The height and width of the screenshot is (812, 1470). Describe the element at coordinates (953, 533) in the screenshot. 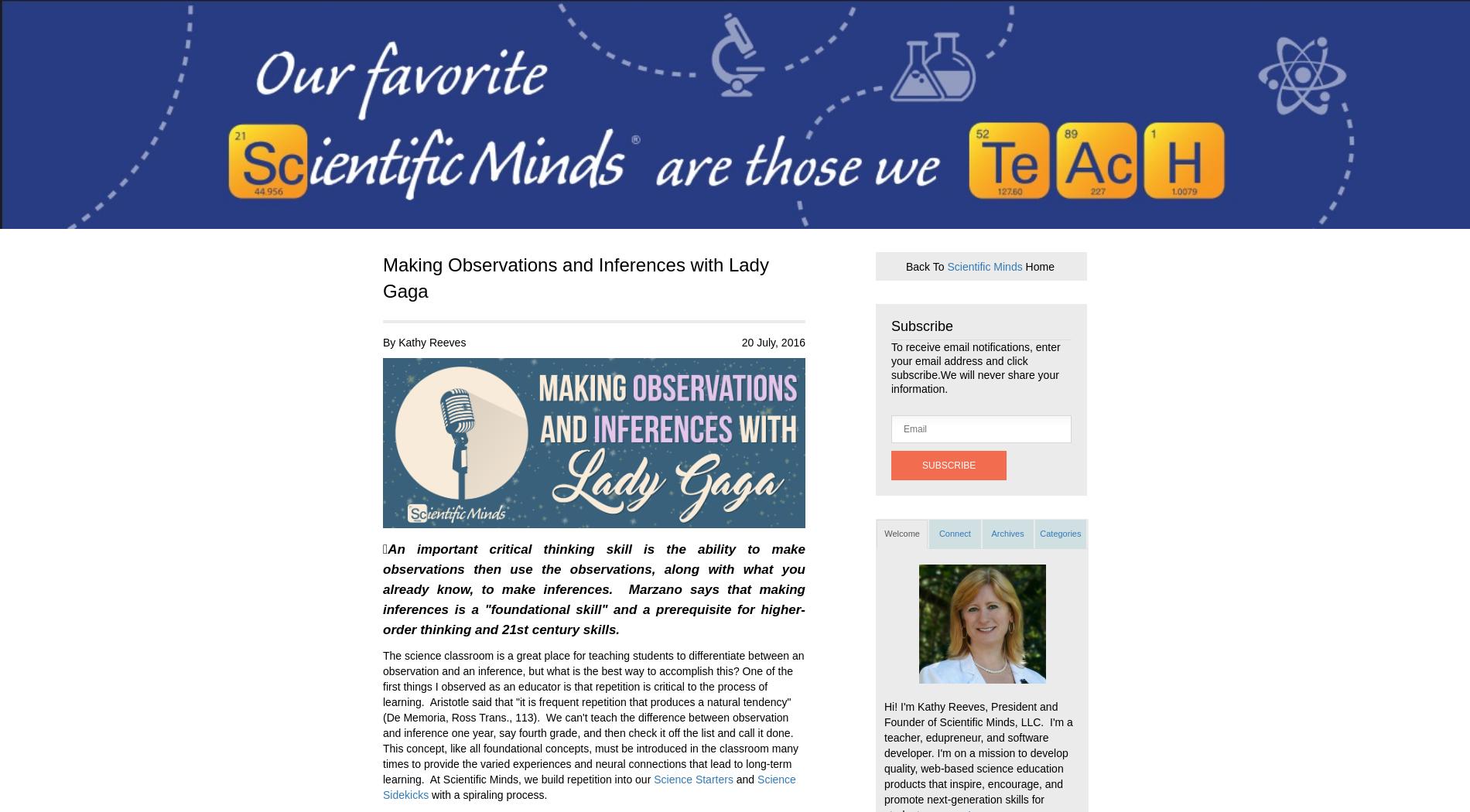

I see `'Connect'` at that location.